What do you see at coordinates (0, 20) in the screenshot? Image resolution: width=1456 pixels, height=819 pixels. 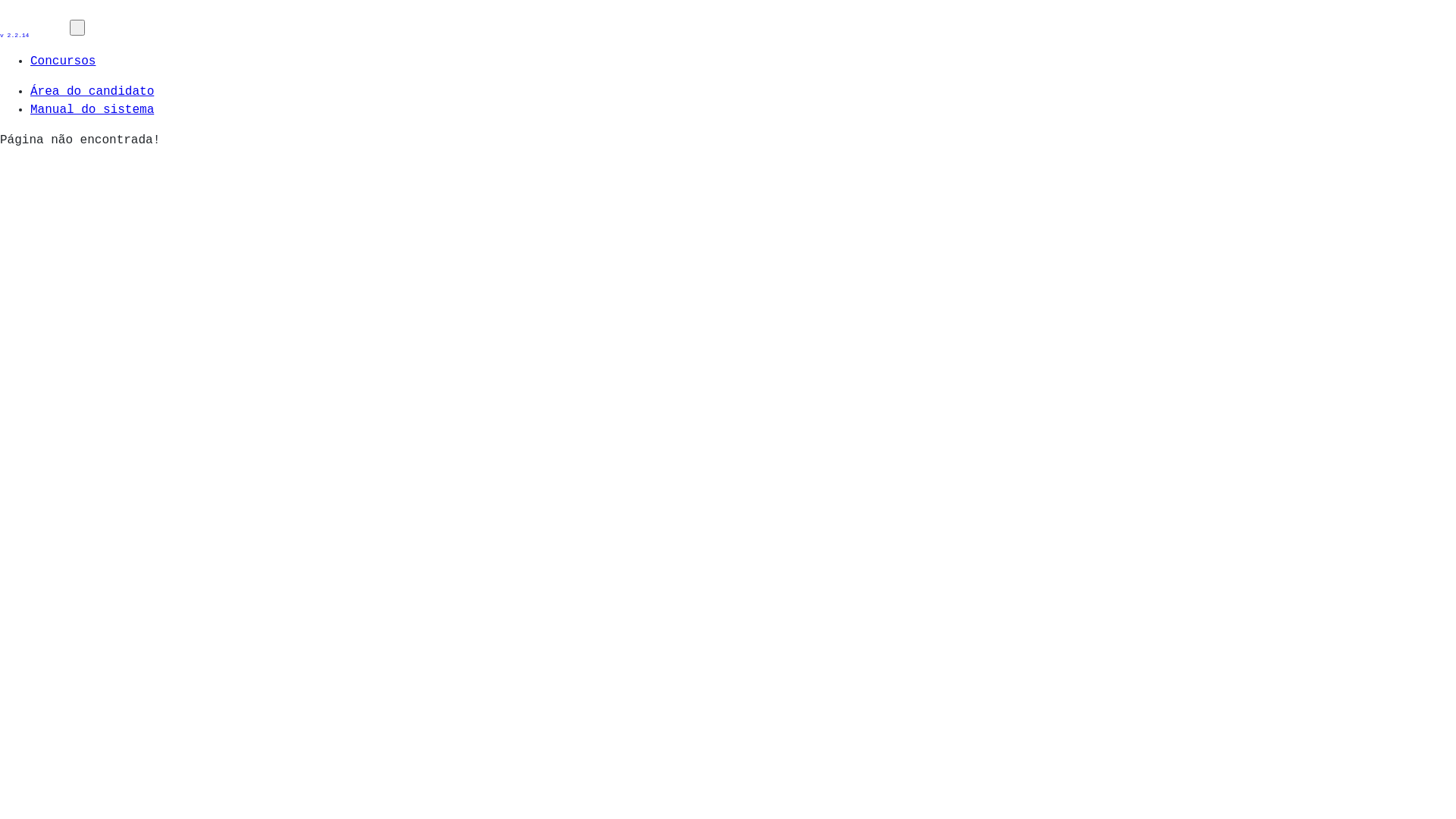 I see `'unesp'` at bounding box center [0, 20].